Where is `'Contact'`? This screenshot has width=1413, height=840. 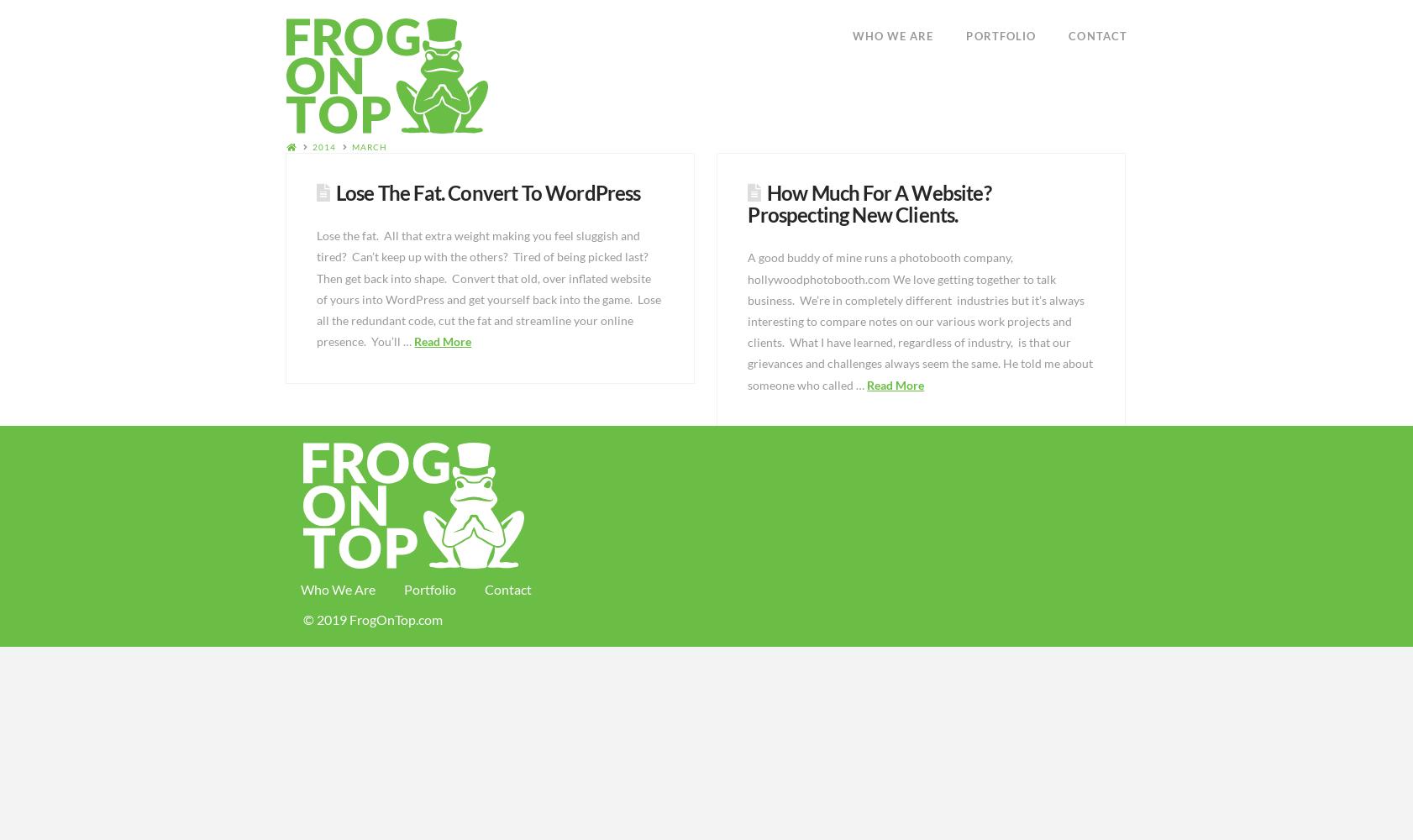
'Contact' is located at coordinates (508, 588).